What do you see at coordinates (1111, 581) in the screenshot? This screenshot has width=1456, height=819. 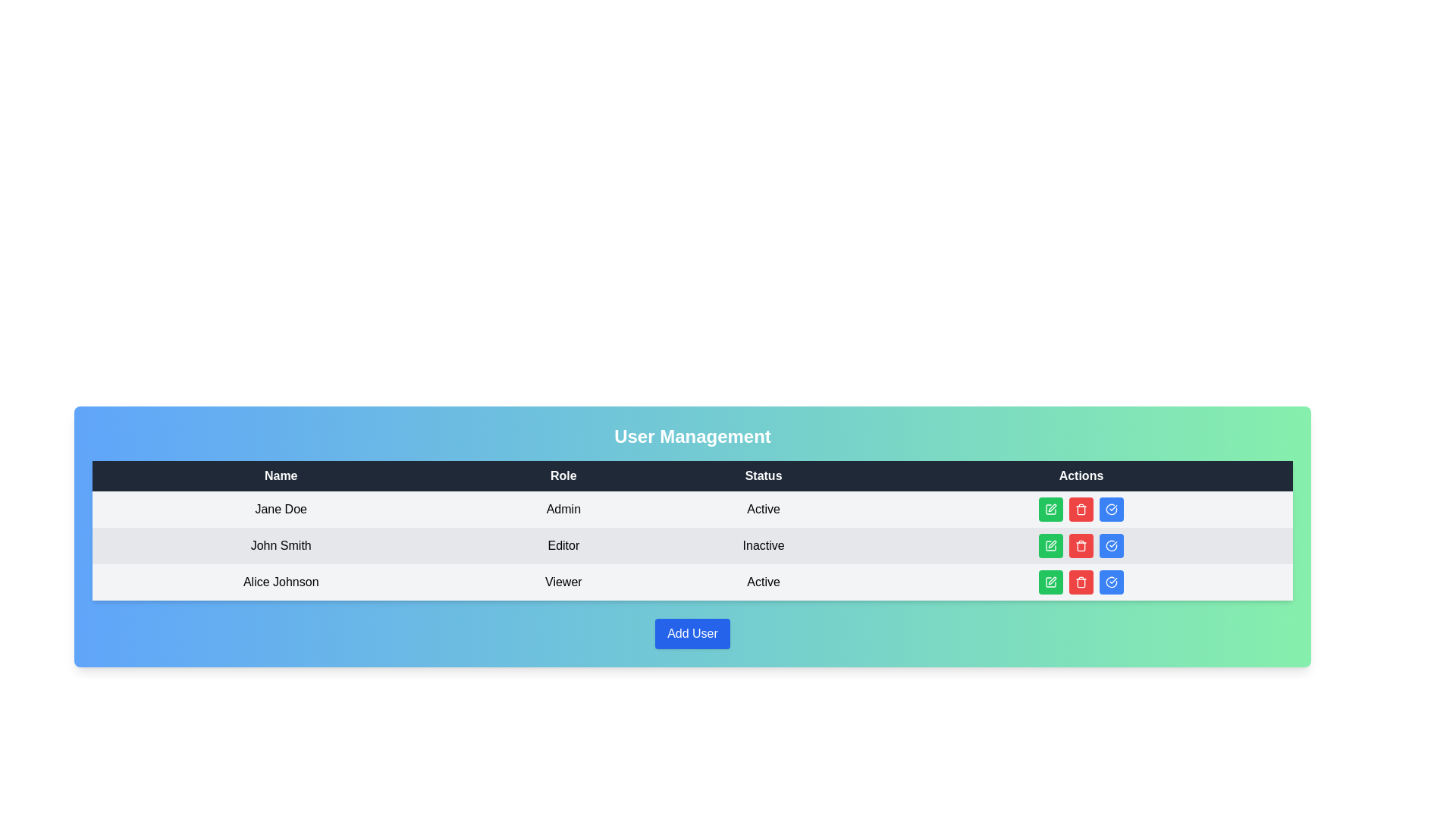 I see `the circular blue button with a white checkmark icon in the last row of the 'Actions' column corresponding to 'Alice Johnson'` at bounding box center [1111, 581].